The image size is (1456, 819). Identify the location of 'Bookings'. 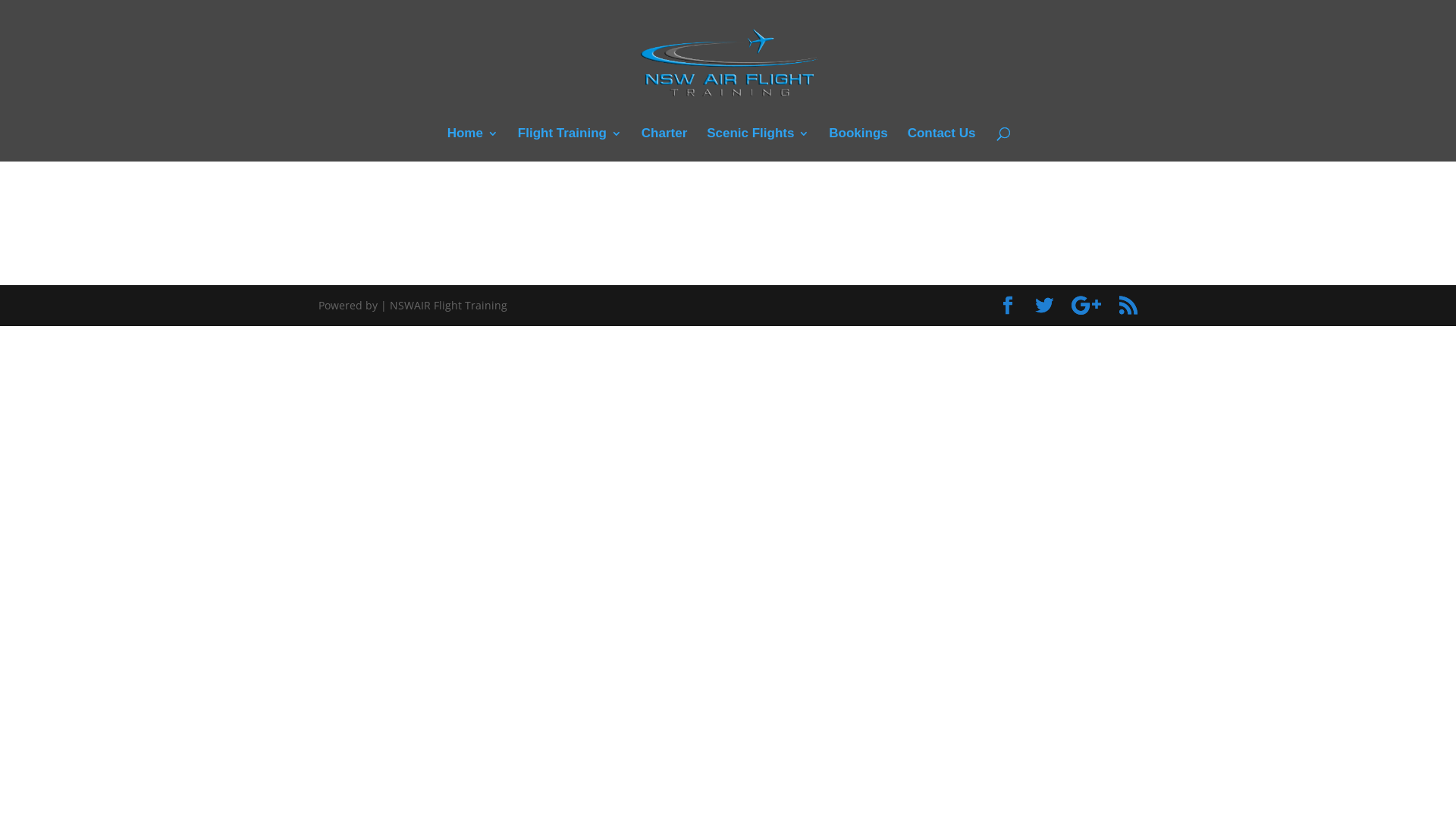
(858, 145).